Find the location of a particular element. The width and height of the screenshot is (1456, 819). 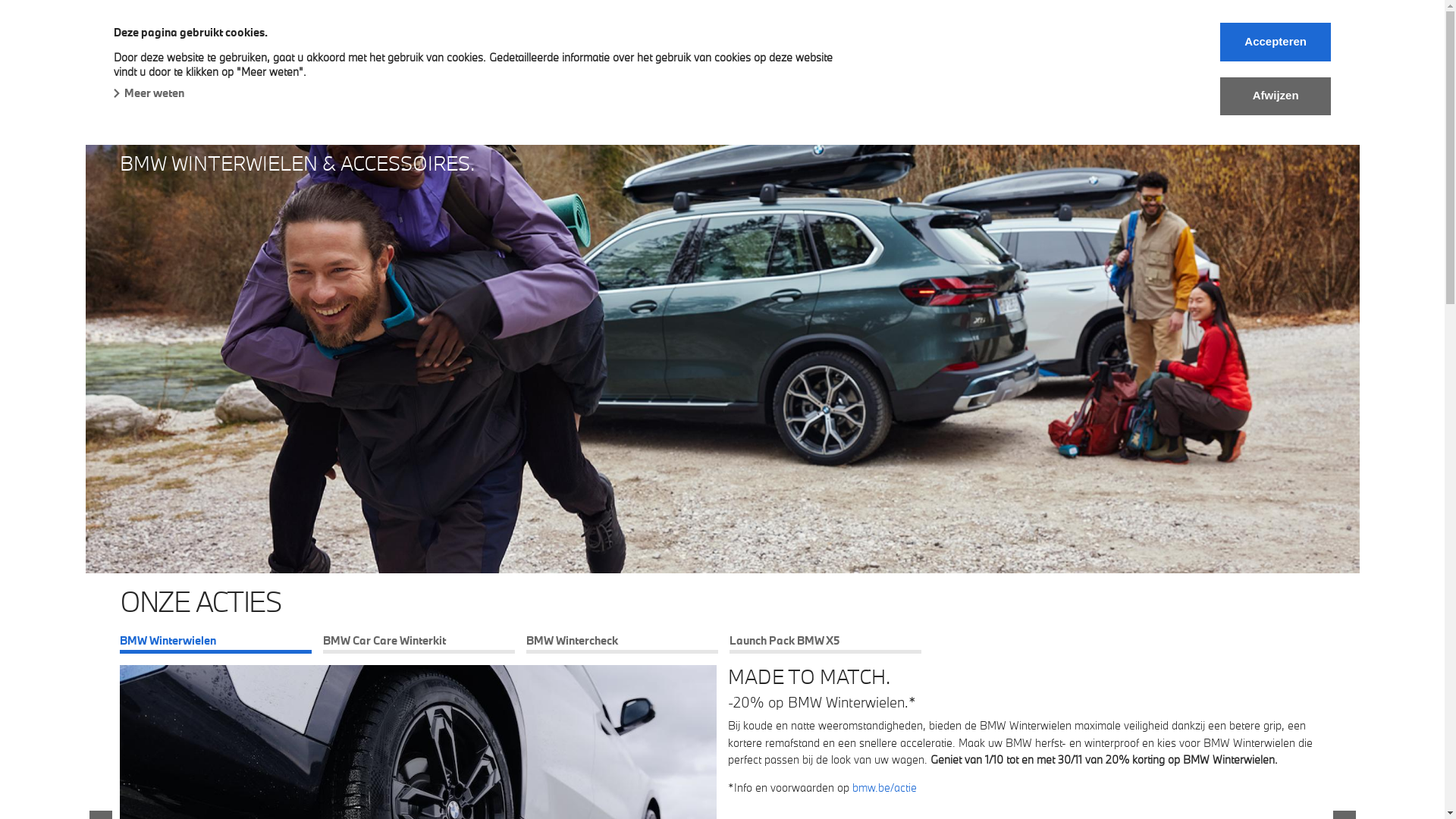

'BMW Winterwielen' is located at coordinates (215, 644).